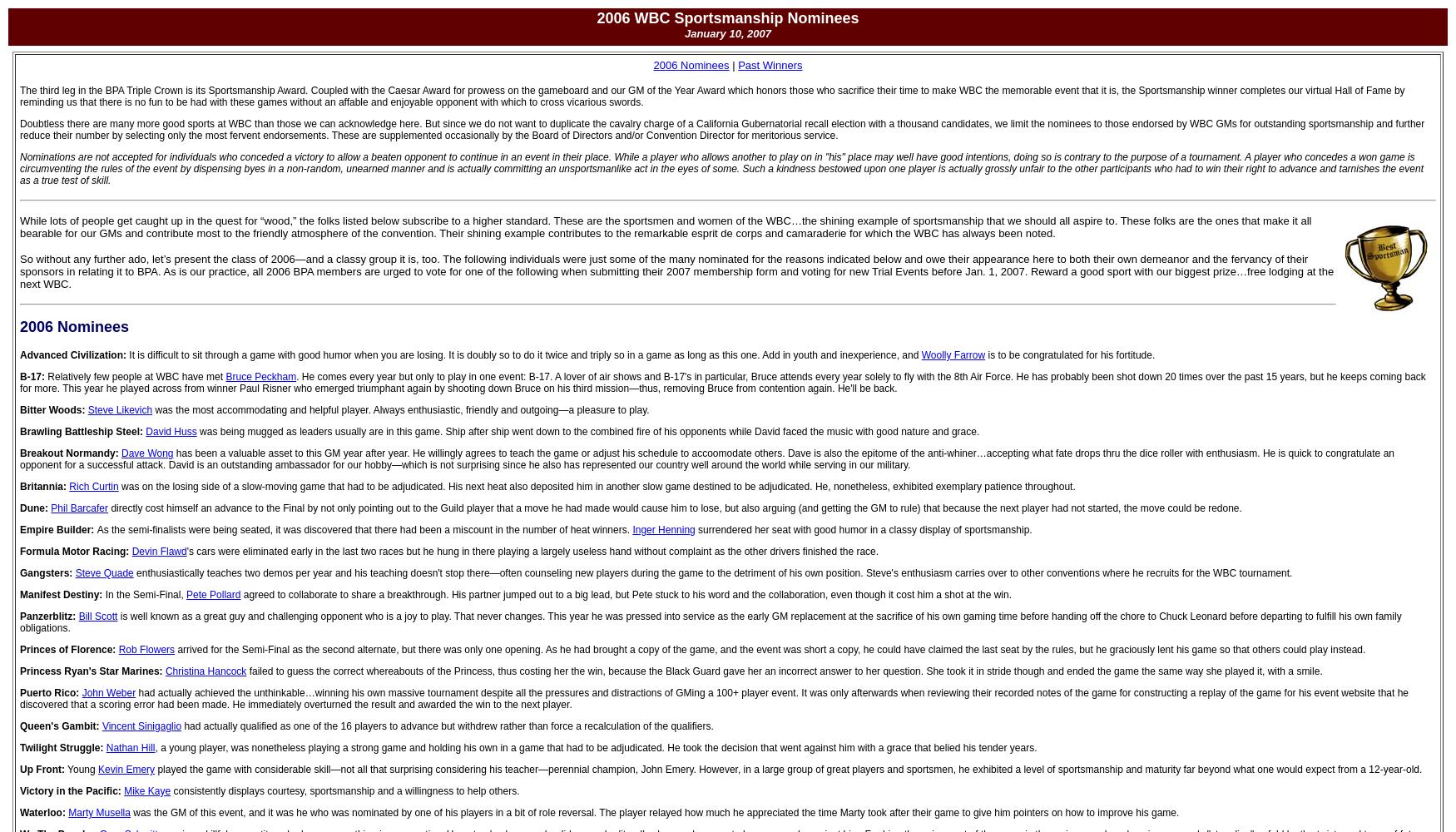 This screenshot has width=1456, height=832. I want to click on 'Marty Musella', so click(99, 812).